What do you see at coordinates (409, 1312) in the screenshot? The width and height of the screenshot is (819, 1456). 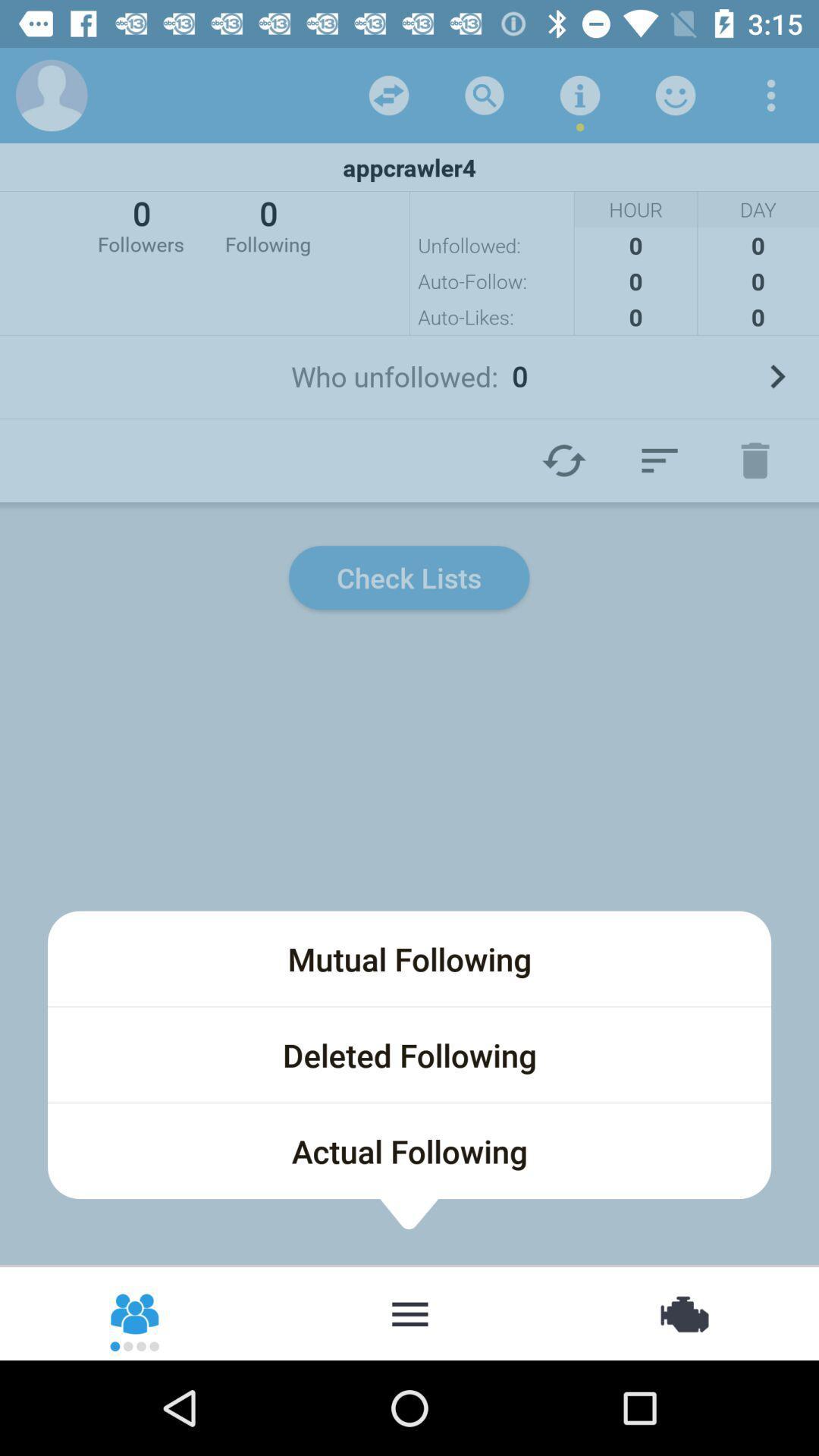 I see `display menu` at bounding box center [409, 1312].